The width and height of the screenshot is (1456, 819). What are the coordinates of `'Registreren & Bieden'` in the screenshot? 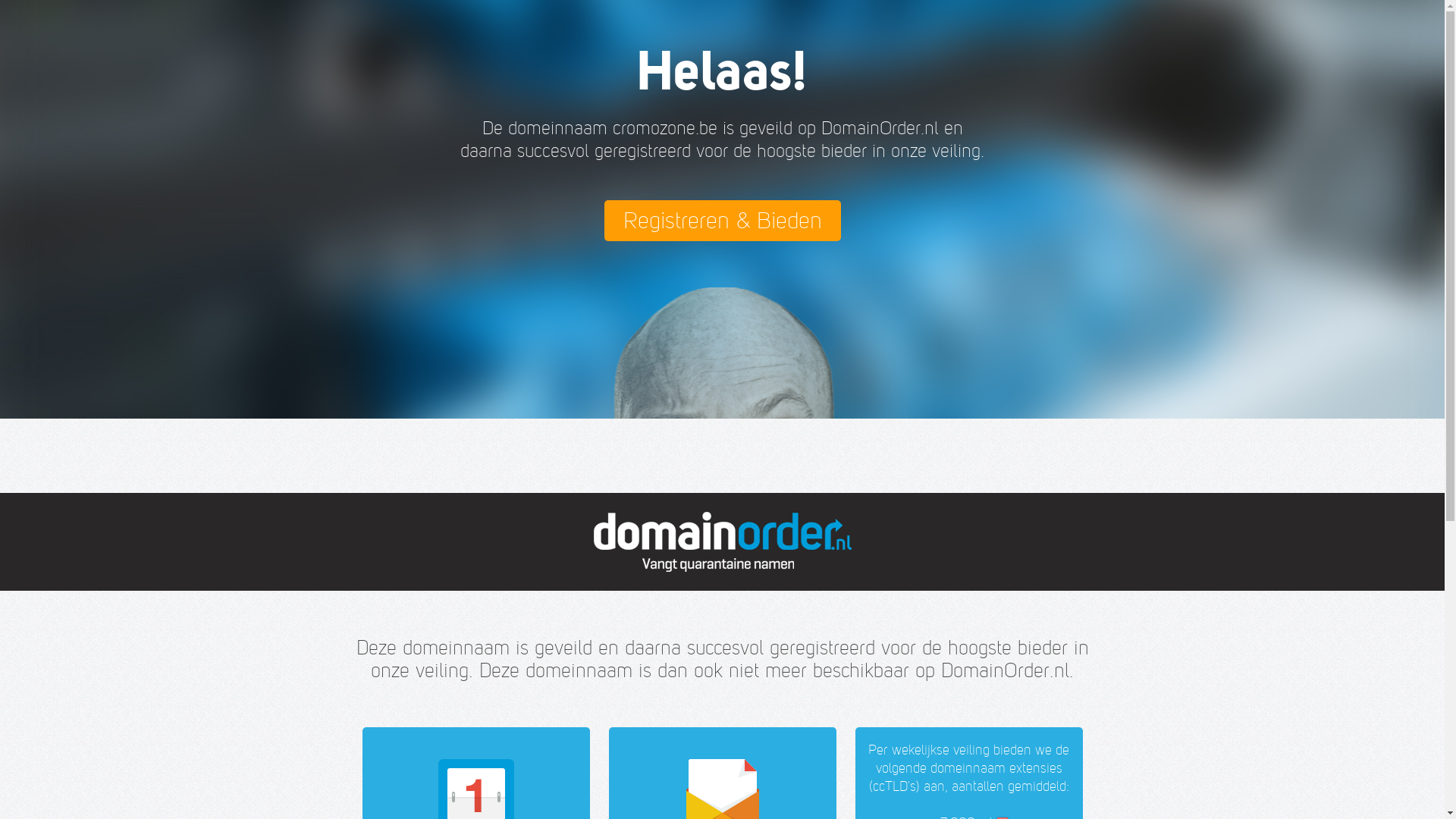 It's located at (720, 220).